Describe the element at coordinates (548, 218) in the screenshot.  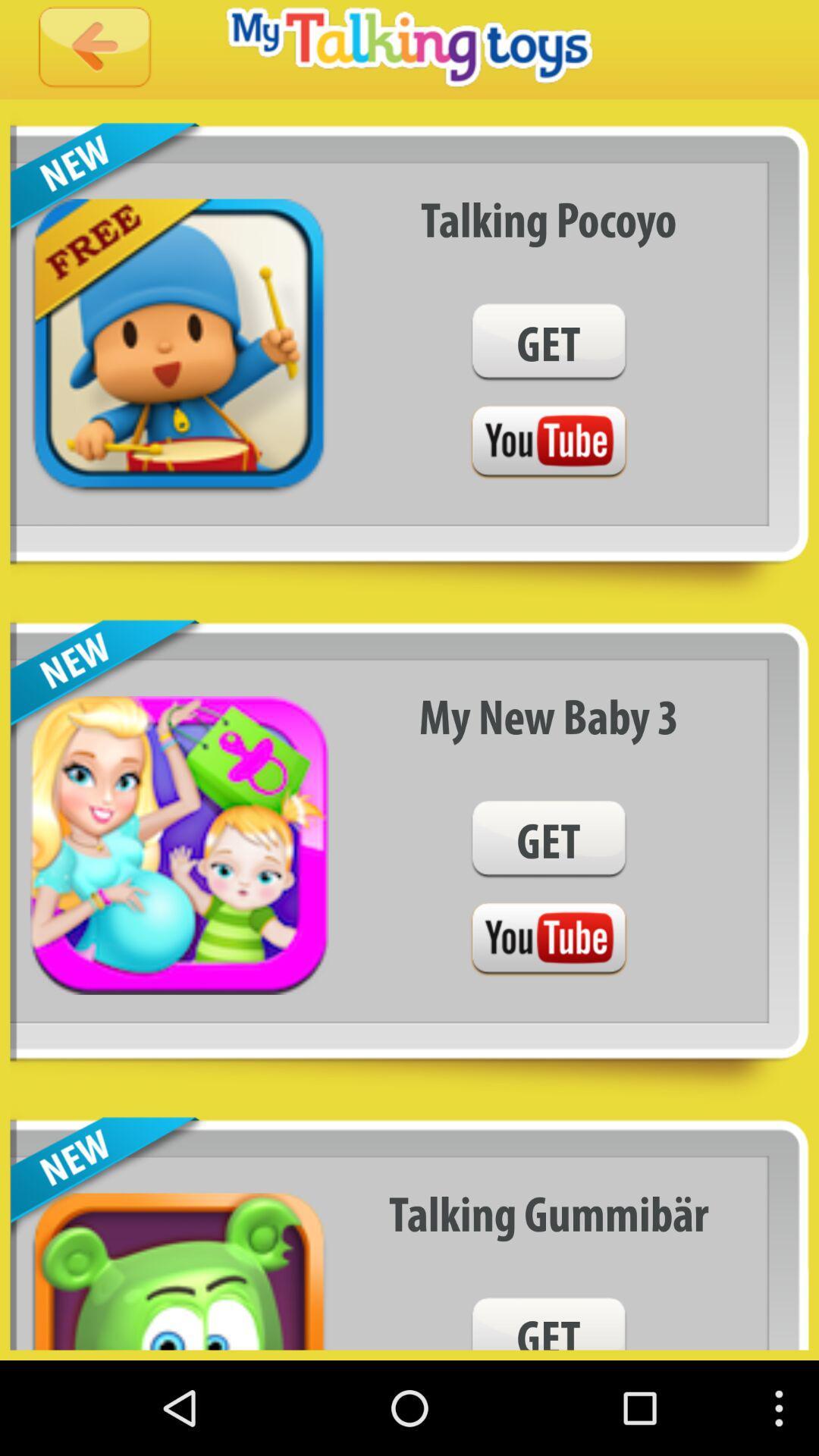
I see `icon above the get icon` at that location.